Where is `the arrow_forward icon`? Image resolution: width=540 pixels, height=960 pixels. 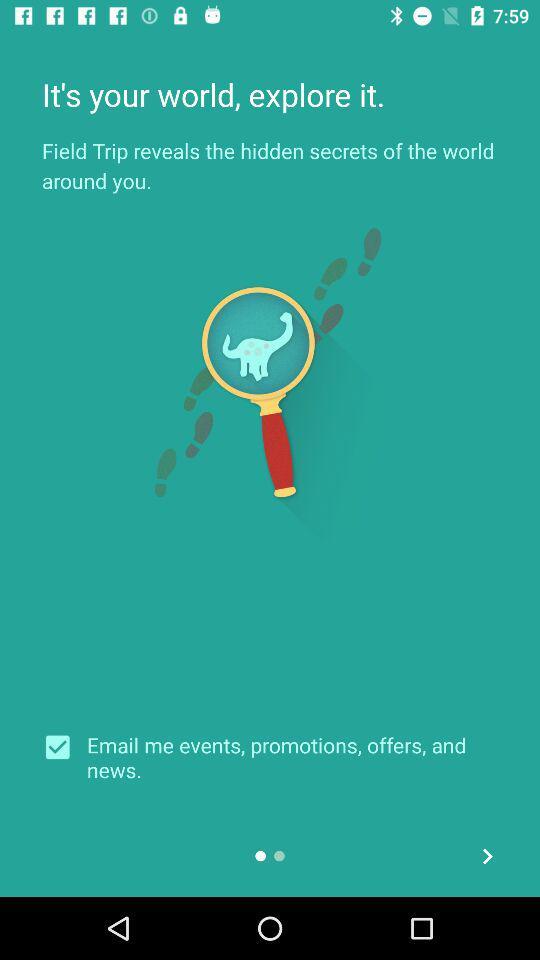
the arrow_forward icon is located at coordinates (486, 855).